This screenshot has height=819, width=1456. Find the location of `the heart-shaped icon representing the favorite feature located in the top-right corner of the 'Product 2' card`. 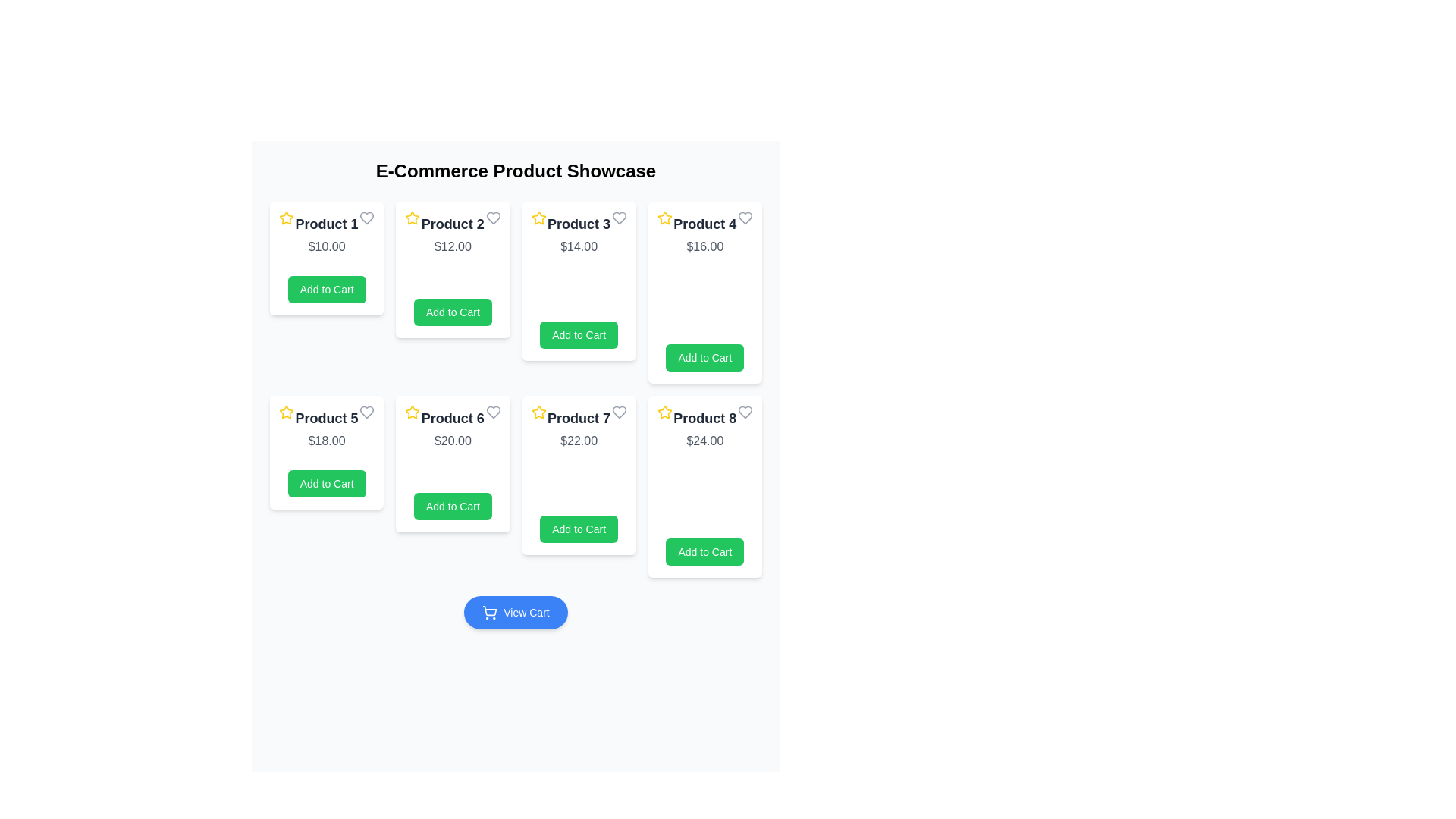

the heart-shaped icon representing the favorite feature located in the top-right corner of the 'Product 2' card is located at coordinates (493, 218).